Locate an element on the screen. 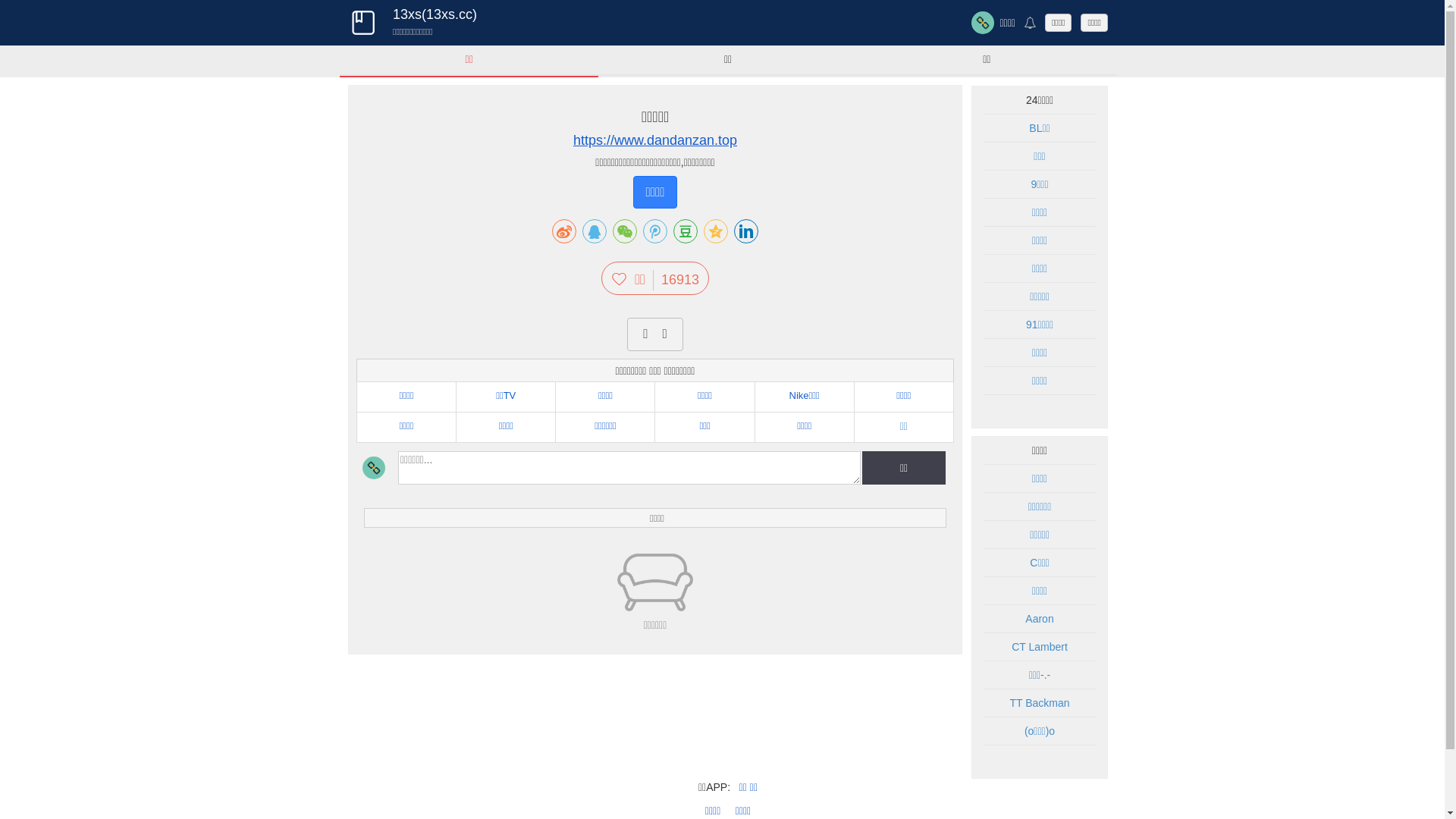 The height and width of the screenshot is (819, 1456). 'https://www.dandanzan.top' is located at coordinates (655, 140).